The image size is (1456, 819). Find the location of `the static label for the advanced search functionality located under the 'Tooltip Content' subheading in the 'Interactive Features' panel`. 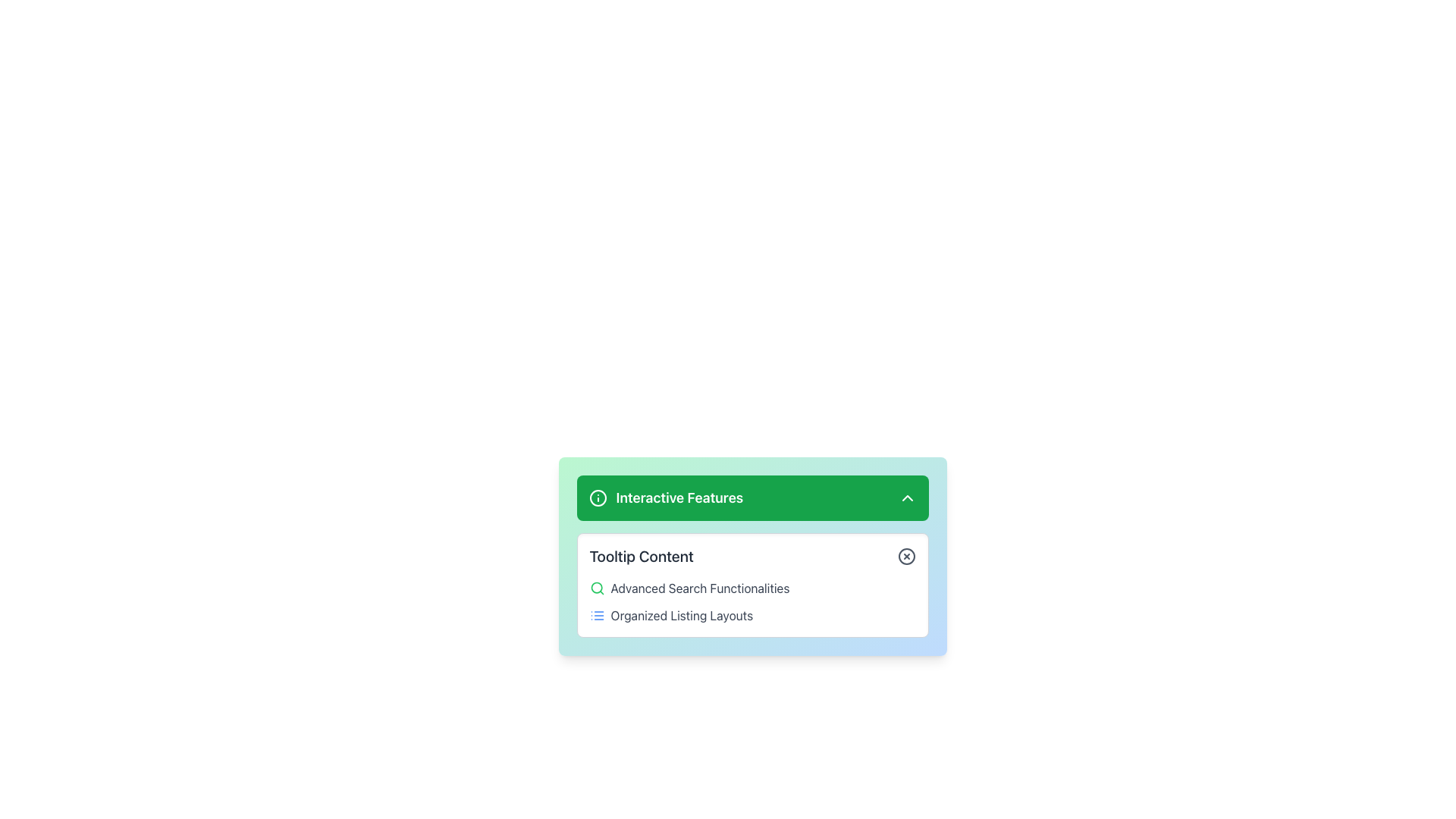

the static label for the advanced search functionality located under the 'Tooltip Content' subheading in the 'Interactive Features' panel is located at coordinates (752, 587).